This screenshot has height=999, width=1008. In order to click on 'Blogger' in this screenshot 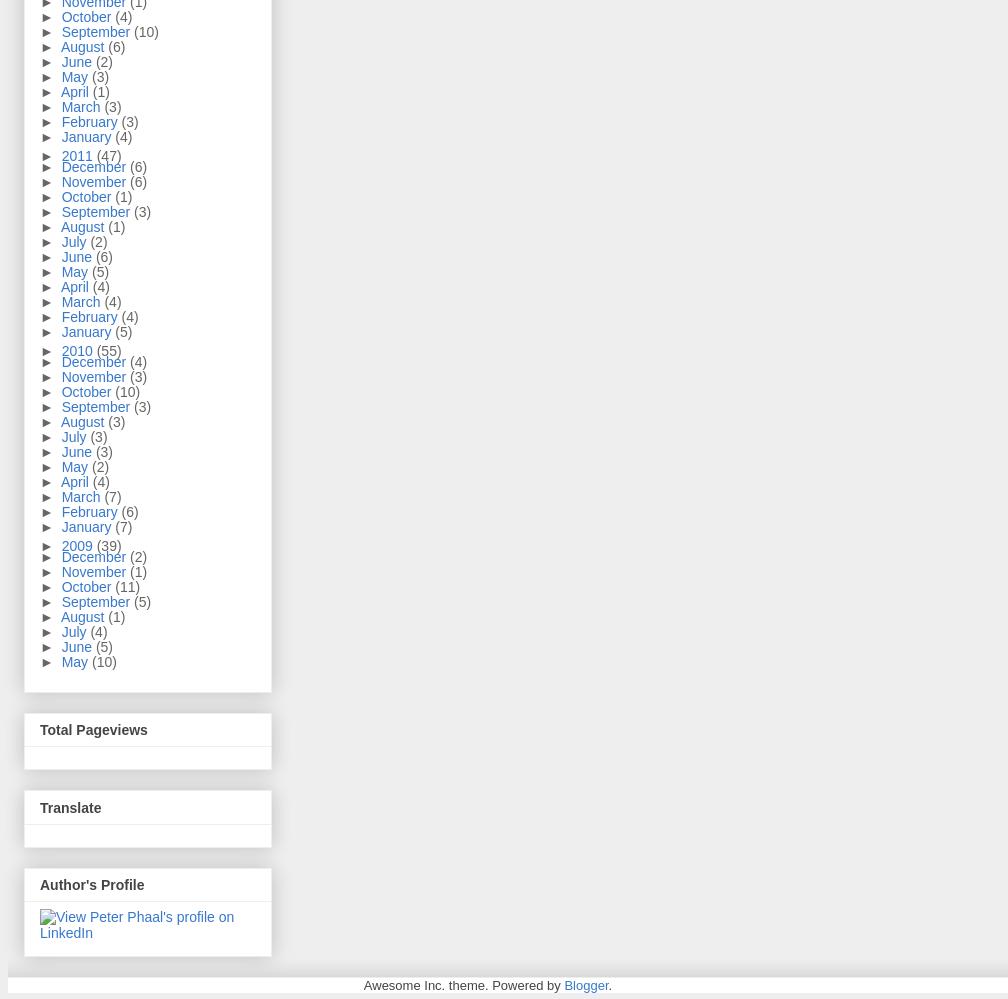, I will do `click(585, 984)`.